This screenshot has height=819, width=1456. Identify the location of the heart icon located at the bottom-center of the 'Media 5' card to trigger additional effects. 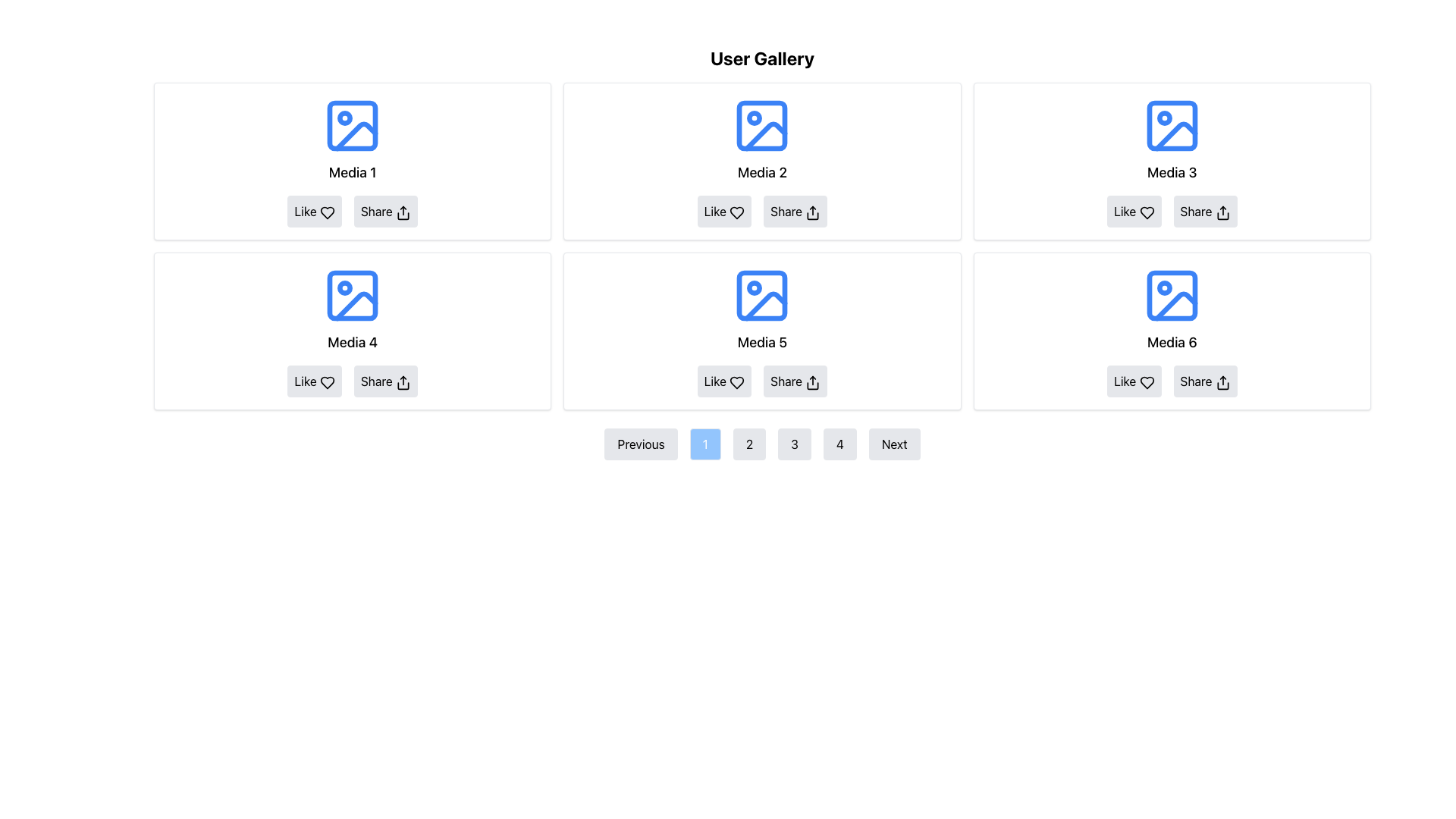
(737, 381).